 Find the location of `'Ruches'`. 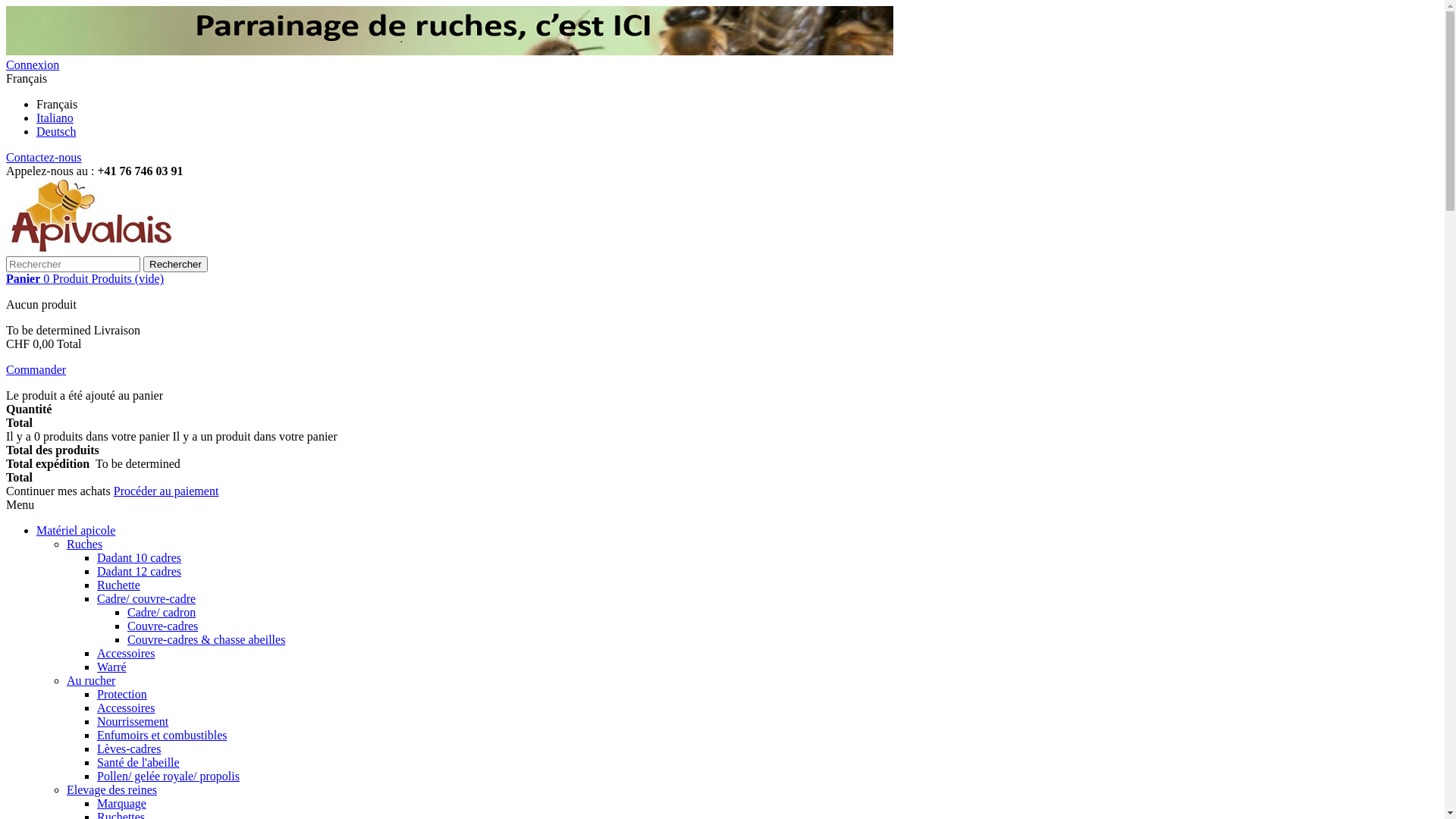

'Ruches' is located at coordinates (83, 543).